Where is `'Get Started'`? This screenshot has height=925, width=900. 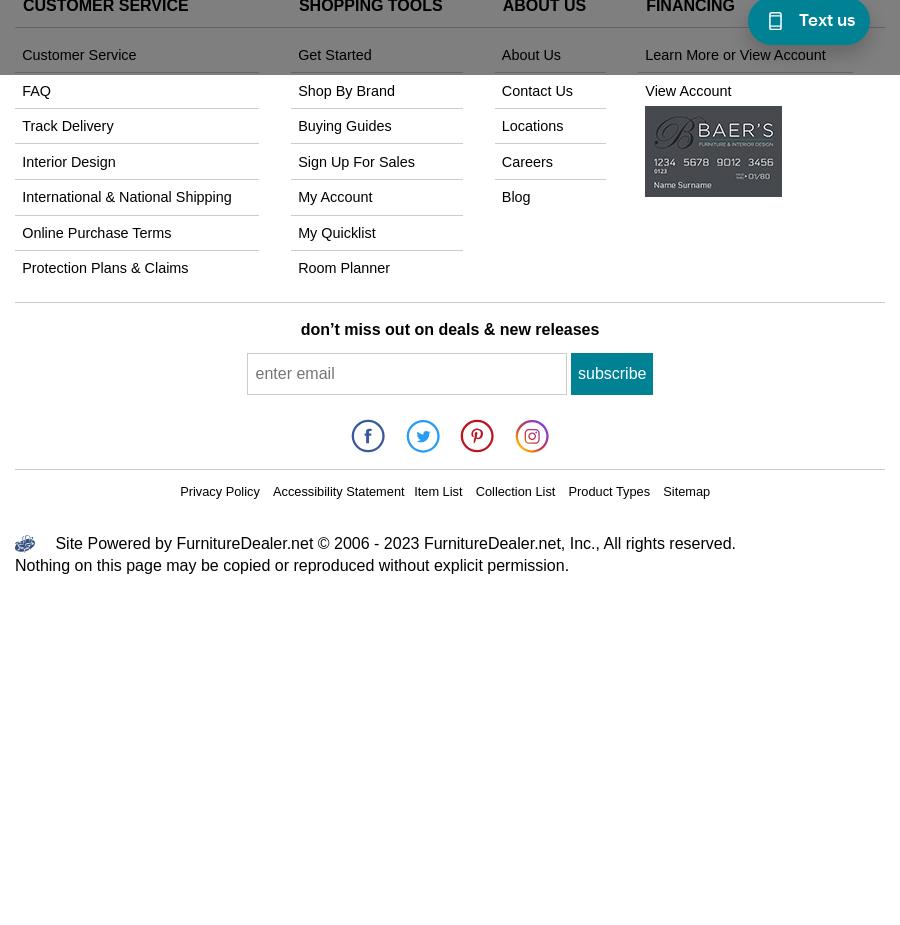 'Get Started' is located at coordinates (296, 54).